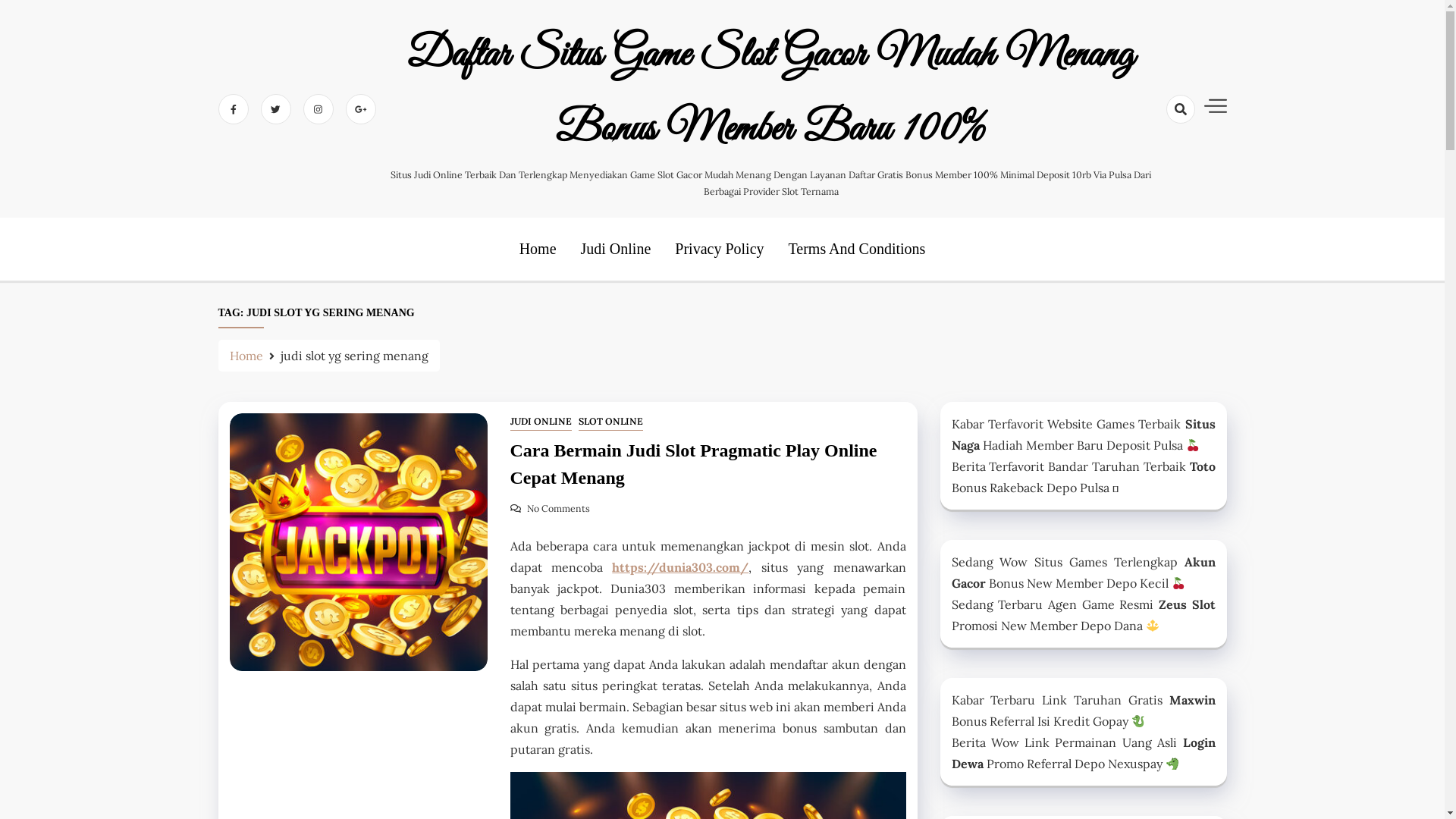  Describe the element at coordinates (718, 248) in the screenshot. I see `'Privacy Policy'` at that location.